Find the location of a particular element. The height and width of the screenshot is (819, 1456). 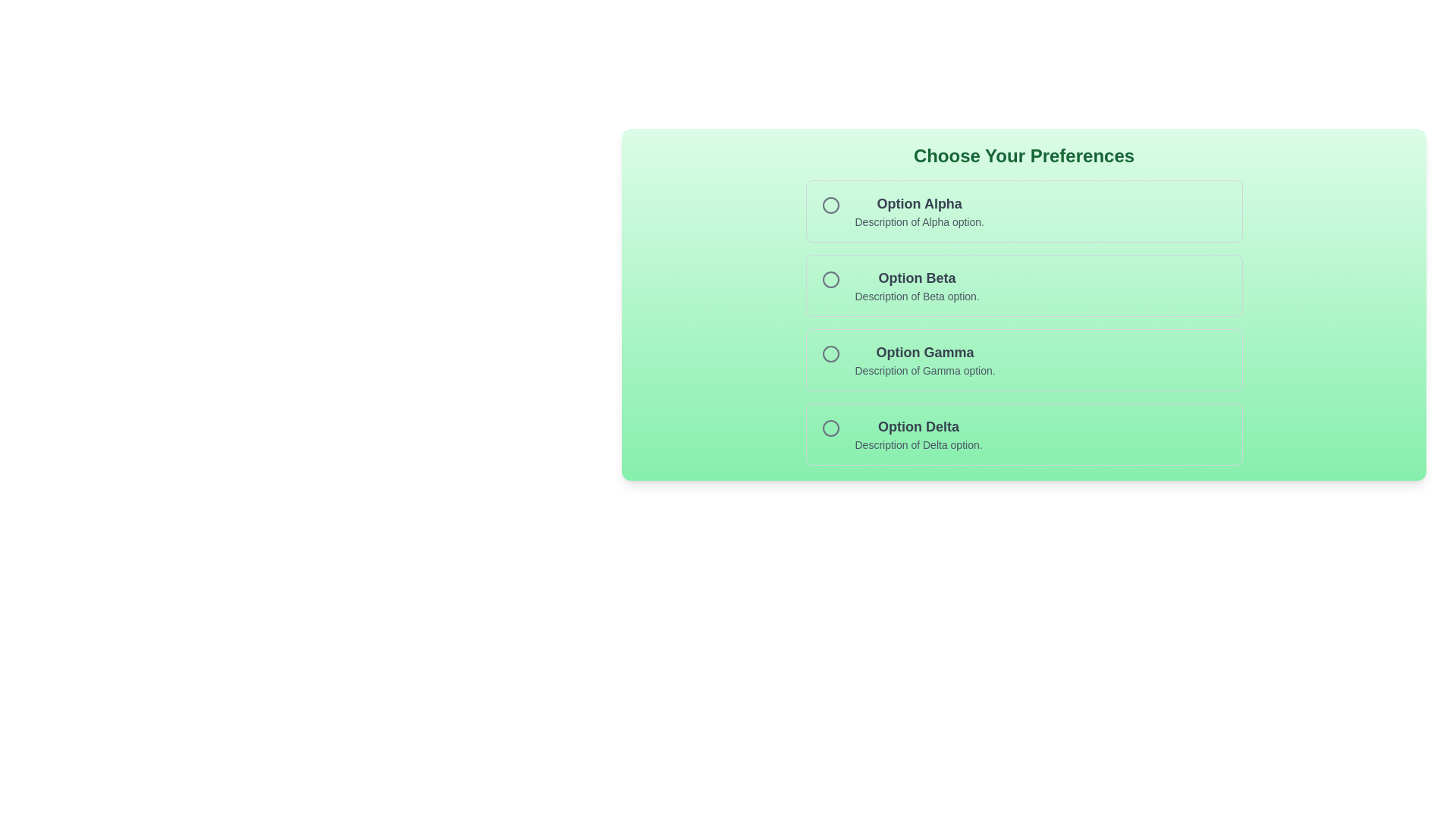

the text label that informs the user about the selectable option labeled 'Option Delta', which is the fourth option in the 'Choose Your Preferences' list, located near the center-right of the interface is located at coordinates (918, 427).